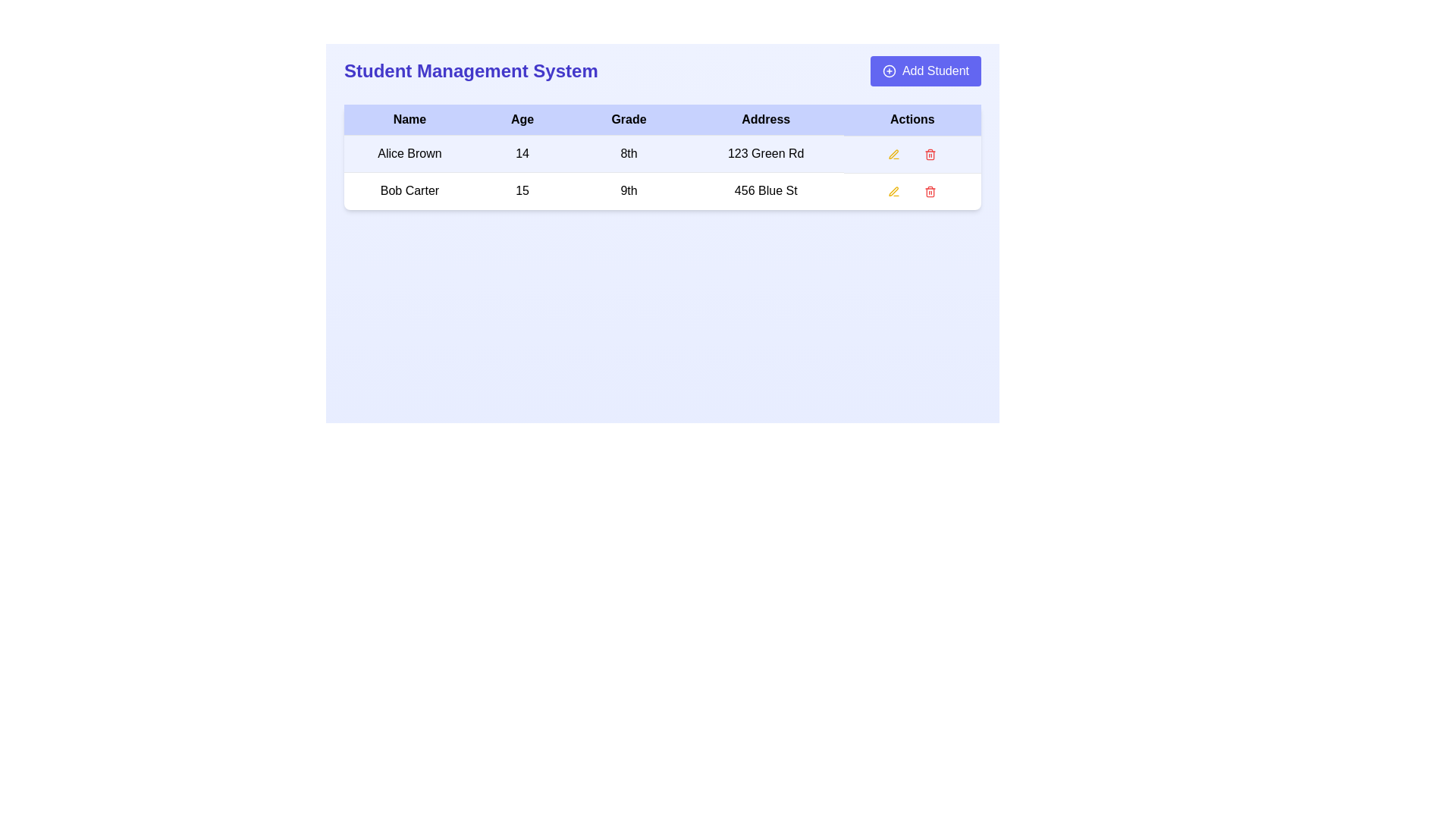  Describe the element at coordinates (930, 154) in the screenshot. I see `the red trash bin icon button in the 'Actions' column for the entry 'Alice Brown'` at that location.